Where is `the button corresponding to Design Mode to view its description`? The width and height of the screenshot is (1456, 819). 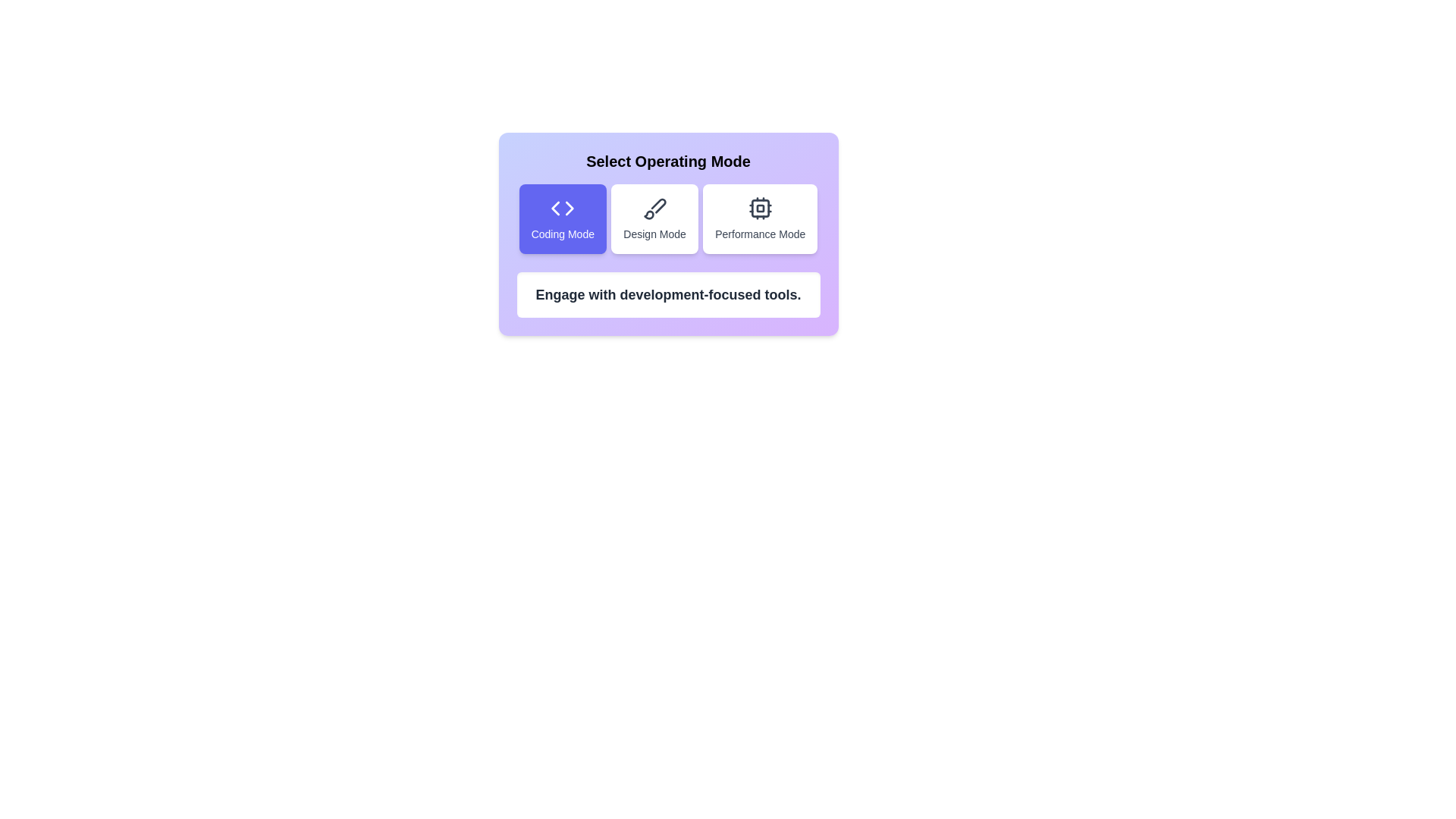 the button corresponding to Design Mode to view its description is located at coordinates (654, 219).